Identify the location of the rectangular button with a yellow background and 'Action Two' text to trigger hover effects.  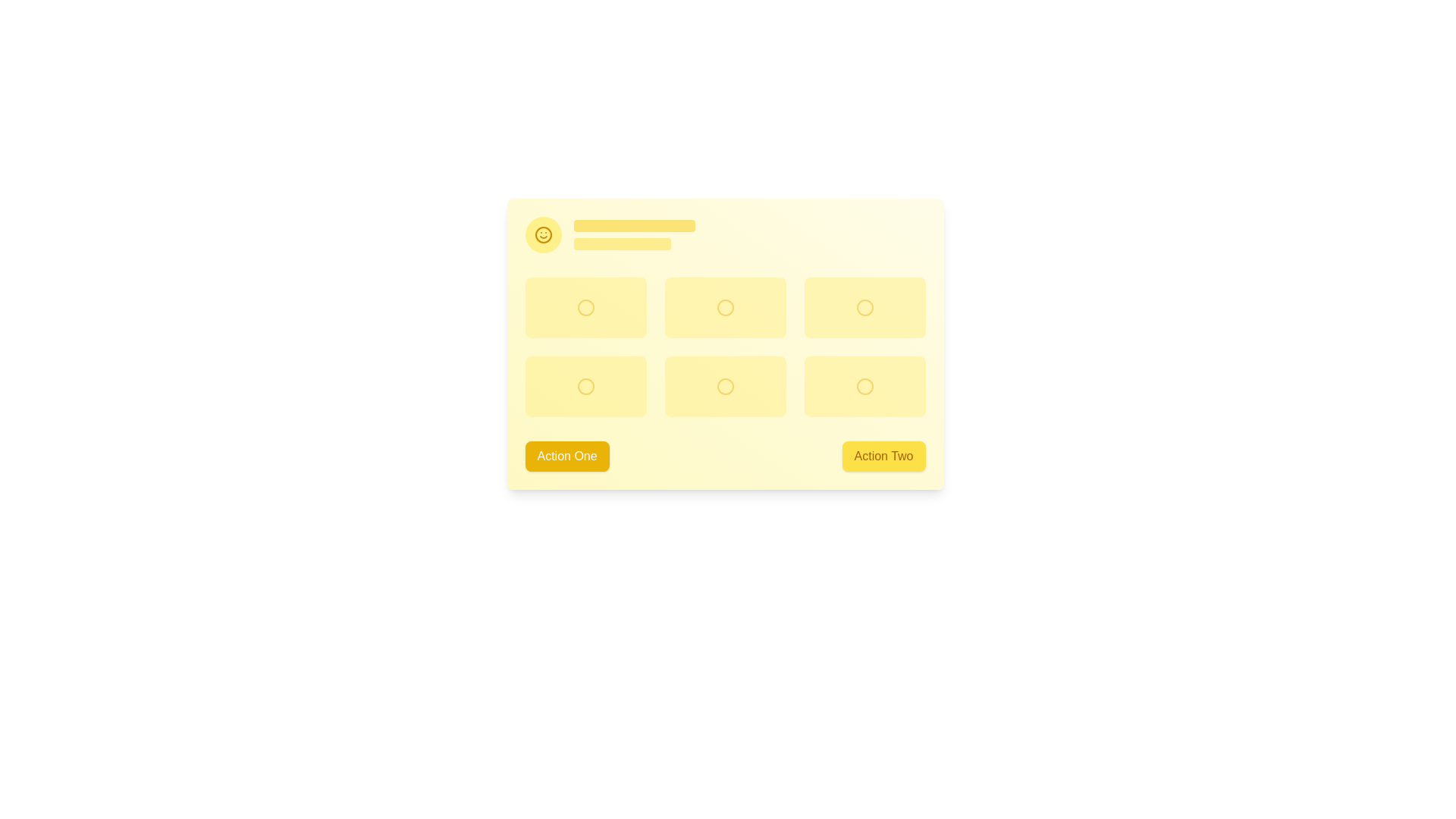
(883, 455).